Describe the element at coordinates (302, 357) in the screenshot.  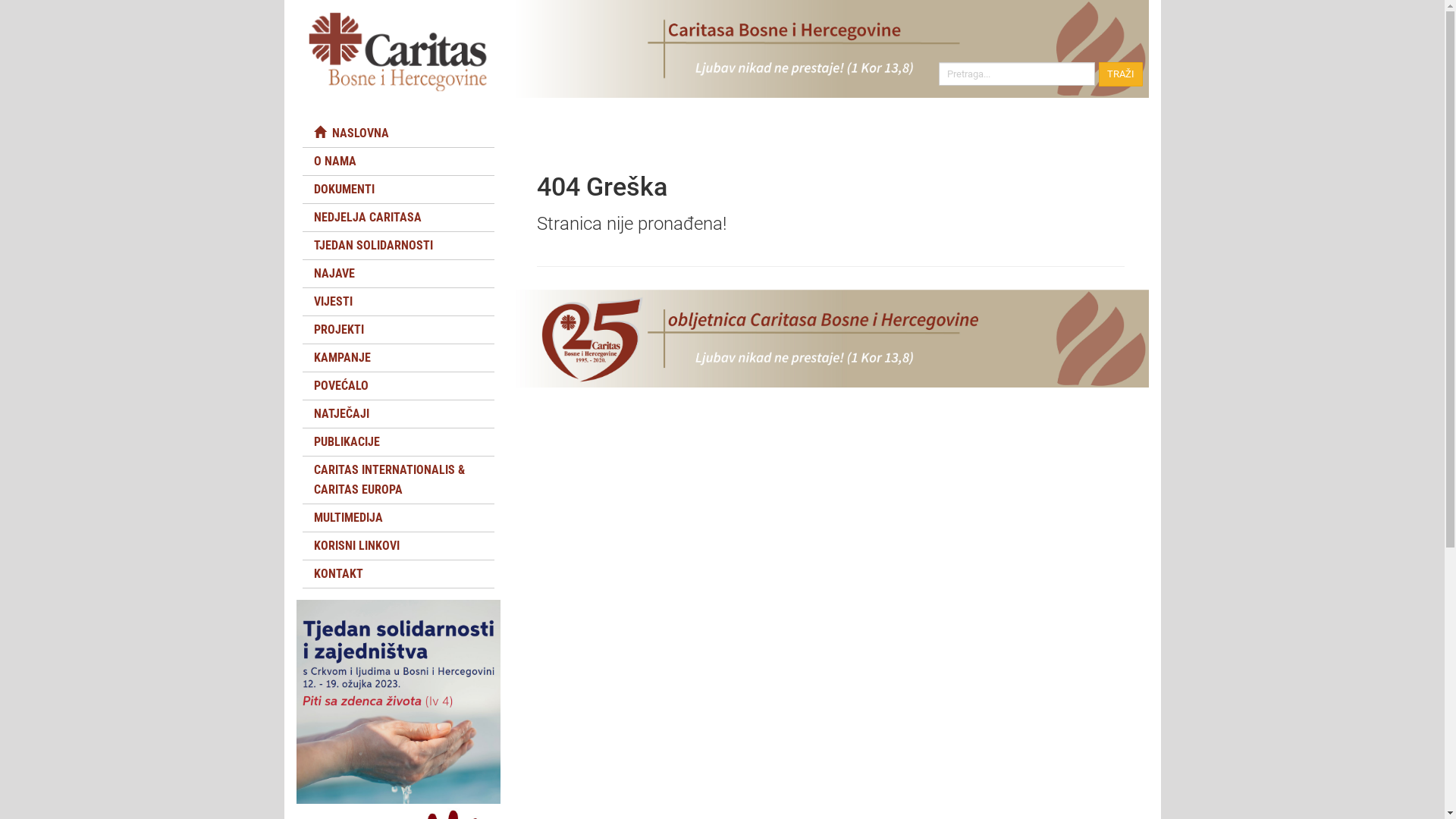
I see `'KAMPANJE'` at that location.